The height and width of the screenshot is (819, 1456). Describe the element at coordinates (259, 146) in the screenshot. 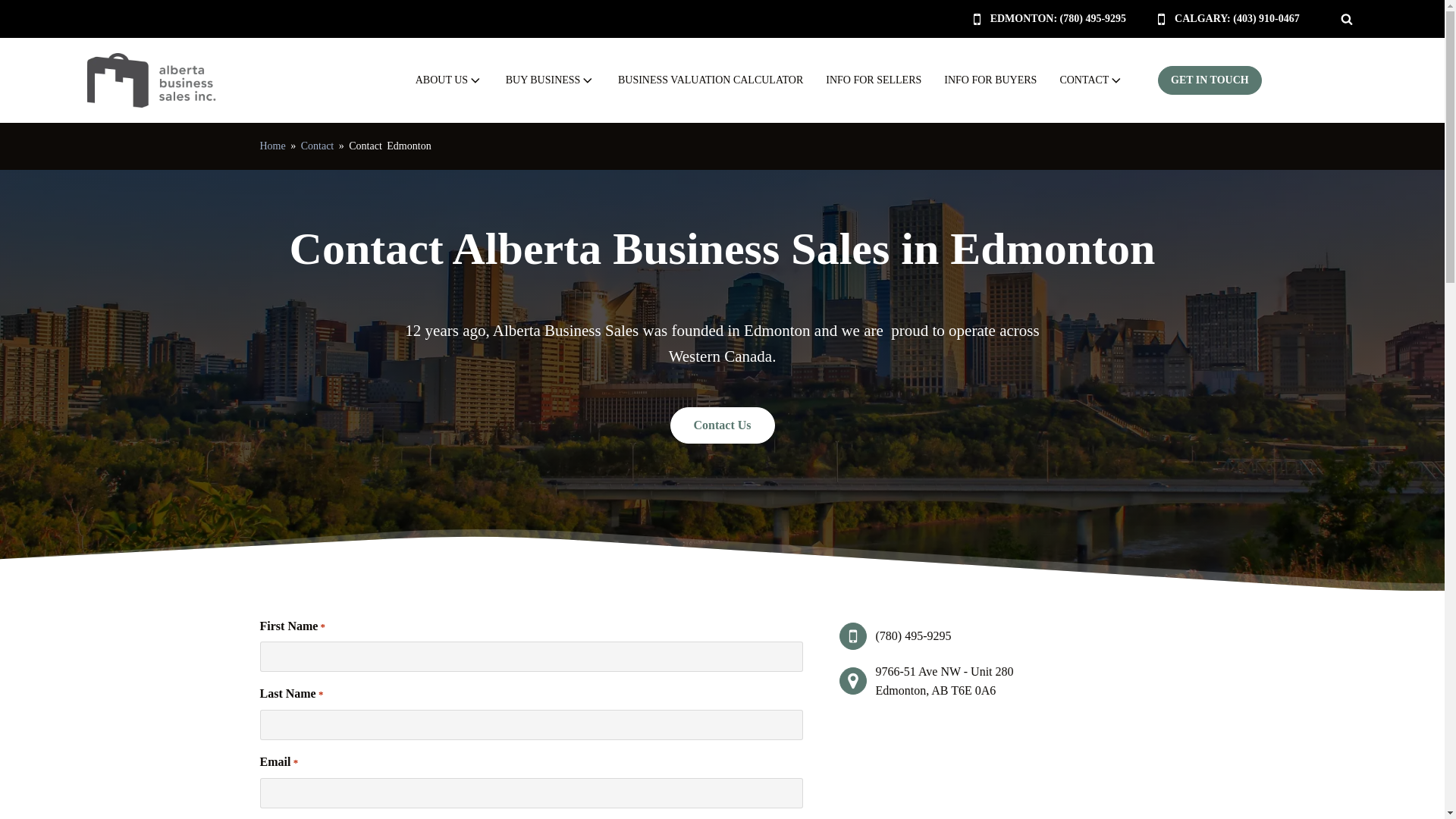

I see `'Home'` at that location.